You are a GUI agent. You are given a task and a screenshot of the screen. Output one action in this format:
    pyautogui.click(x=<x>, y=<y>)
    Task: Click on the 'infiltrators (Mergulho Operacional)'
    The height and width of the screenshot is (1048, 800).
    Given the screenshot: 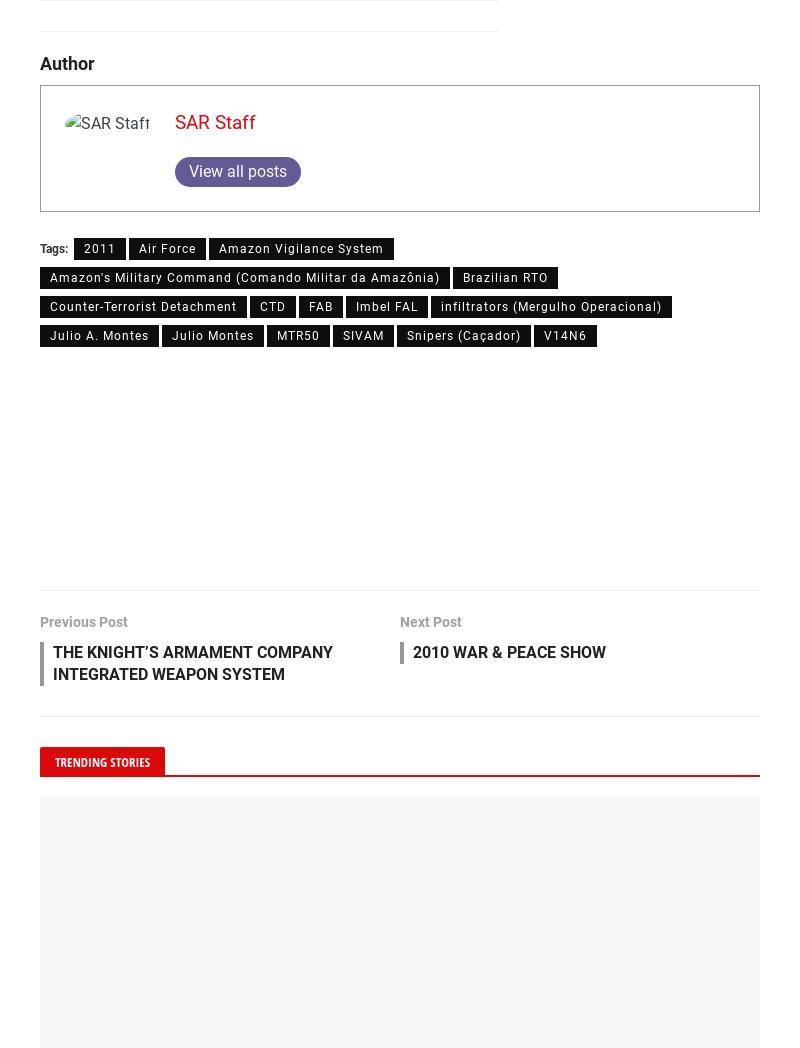 What is the action you would take?
    pyautogui.click(x=551, y=305)
    